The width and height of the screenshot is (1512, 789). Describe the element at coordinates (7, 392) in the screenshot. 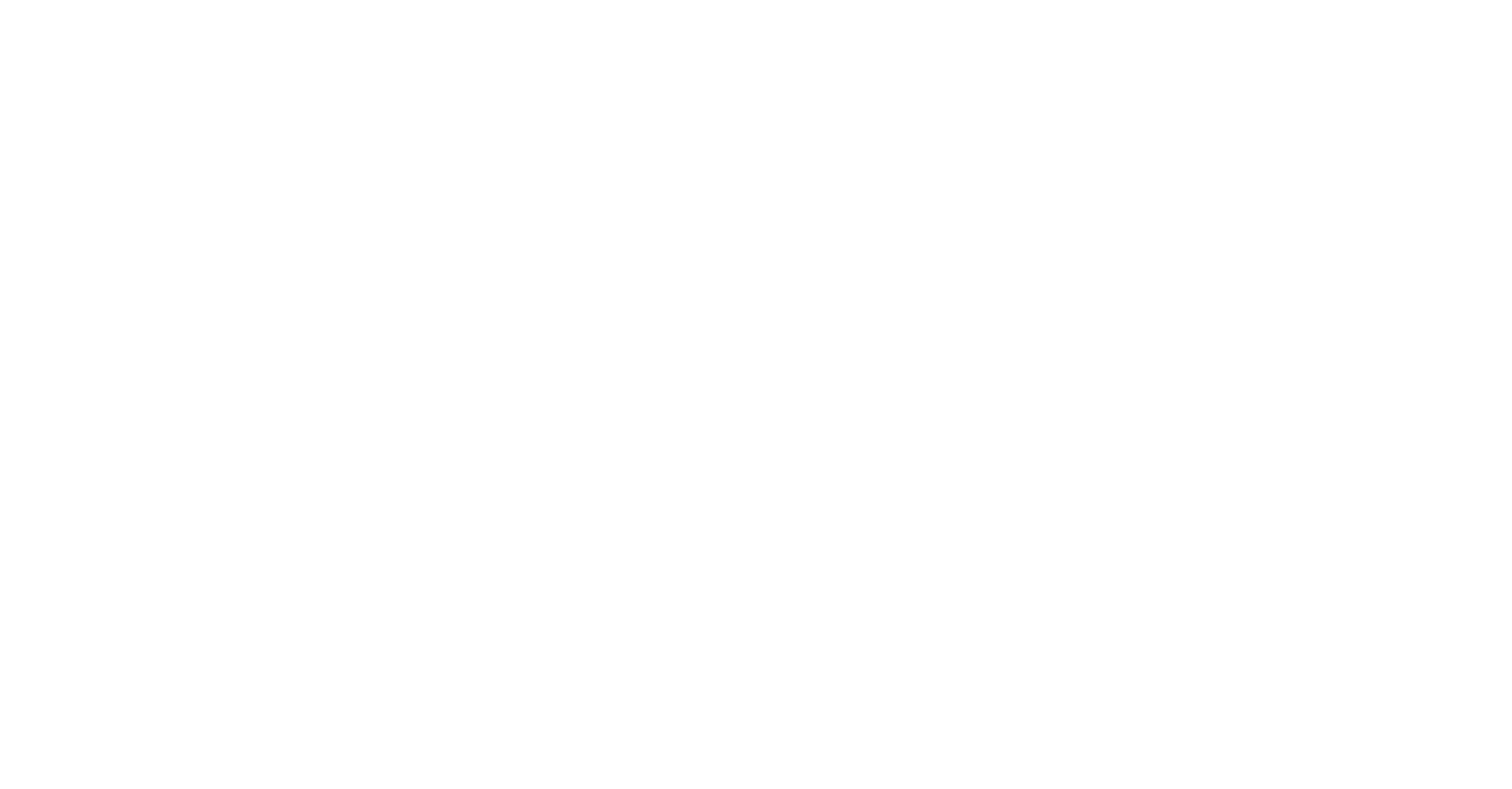

I see `'Fragen?'` at that location.